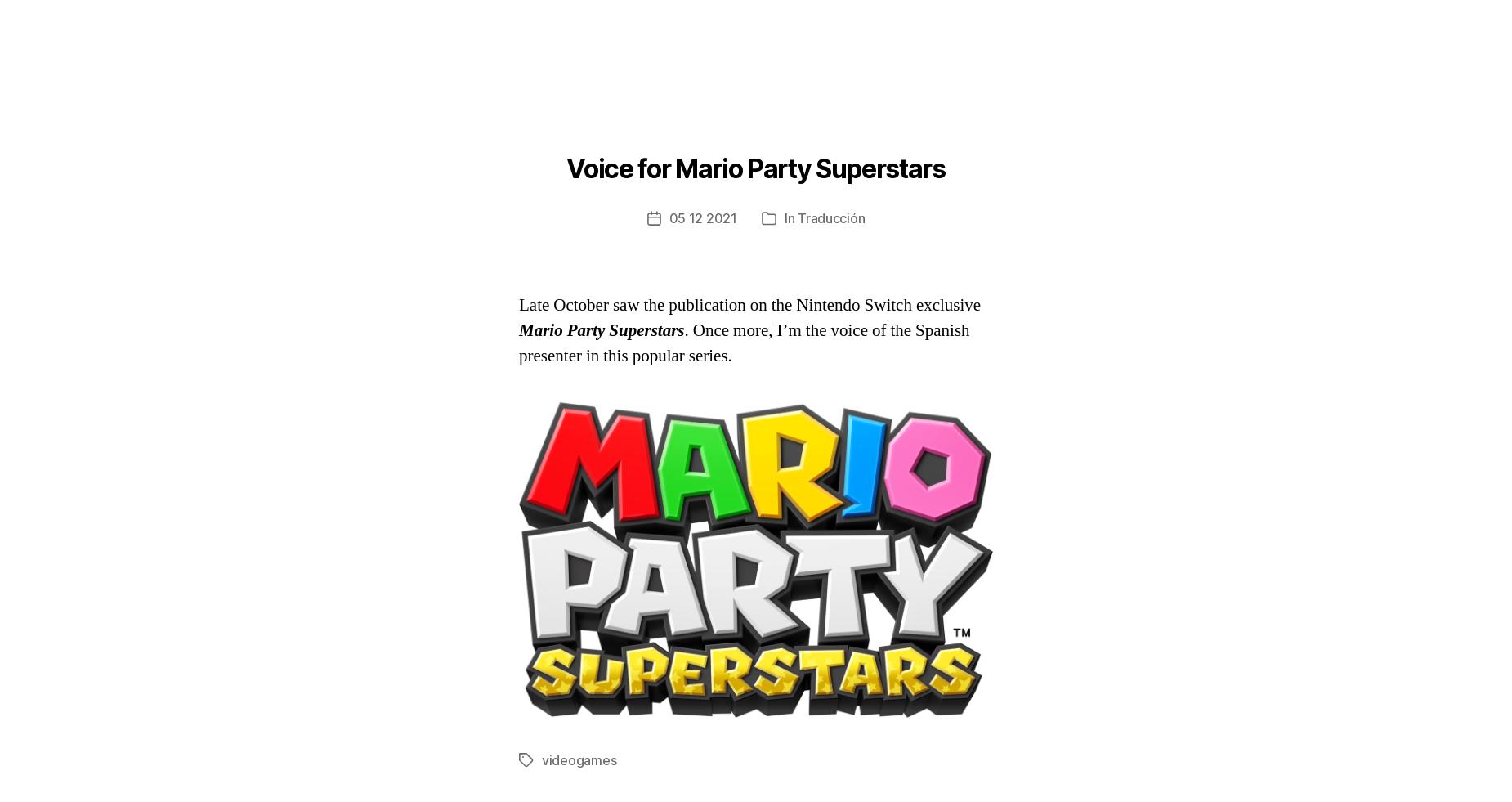  I want to click on 'nintendo switch', so click(763, 760).